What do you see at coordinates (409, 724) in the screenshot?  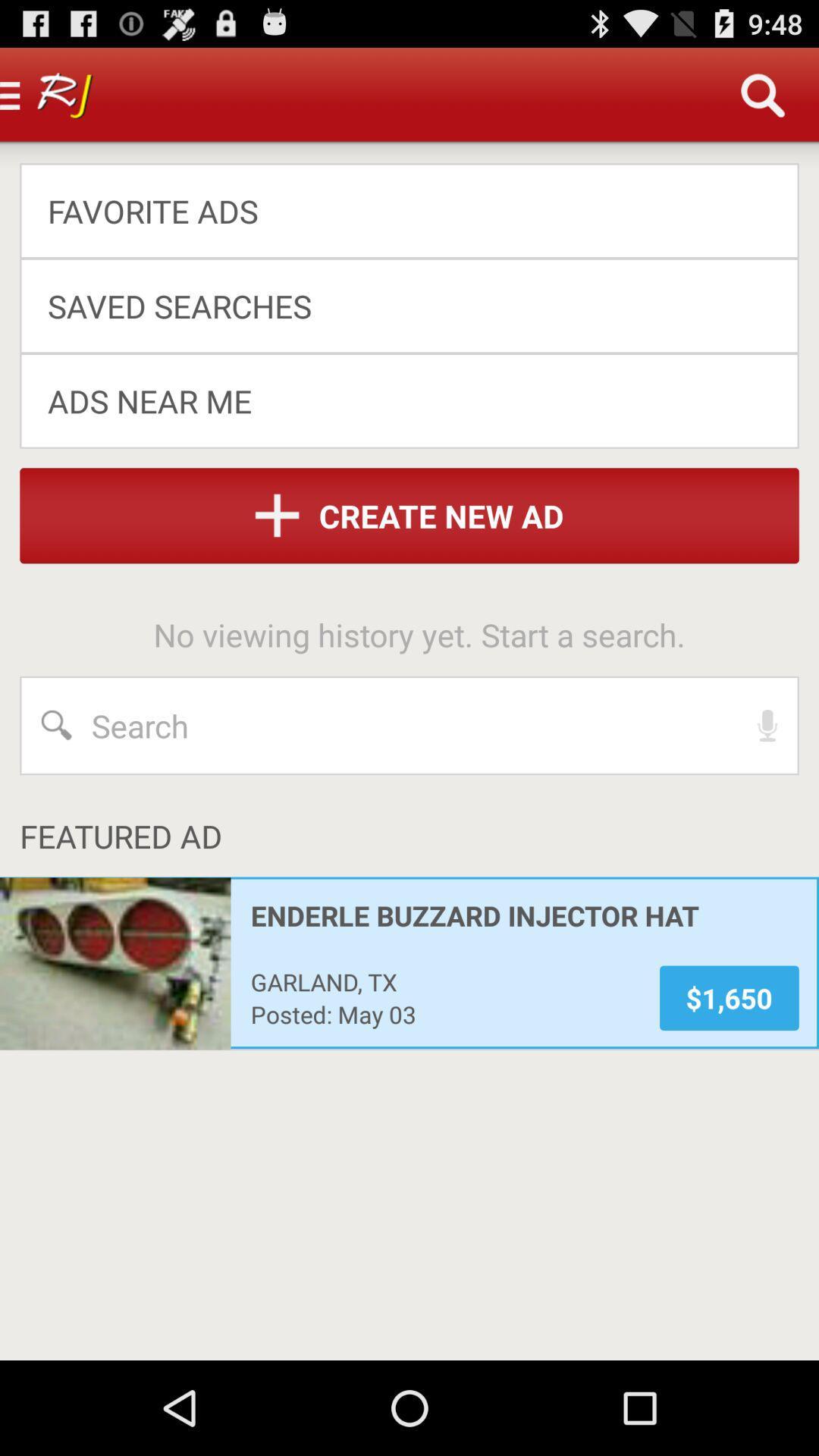 I see `search` at bounding box center [409, 724].